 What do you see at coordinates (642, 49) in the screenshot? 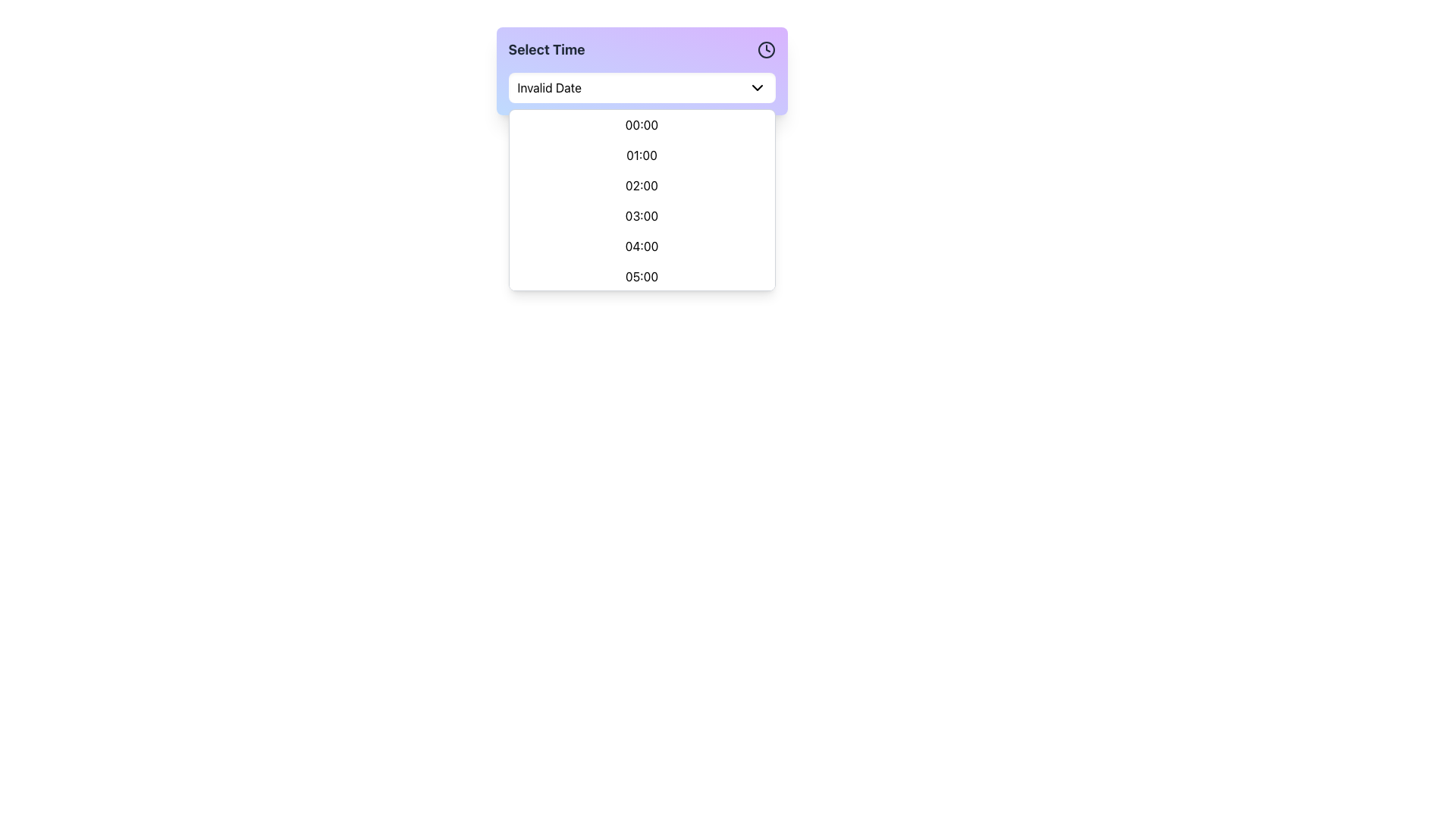
I see `the clock icon on the right side of the Header bar containing the text 'Select Time'` at bounding box center [642, 49].